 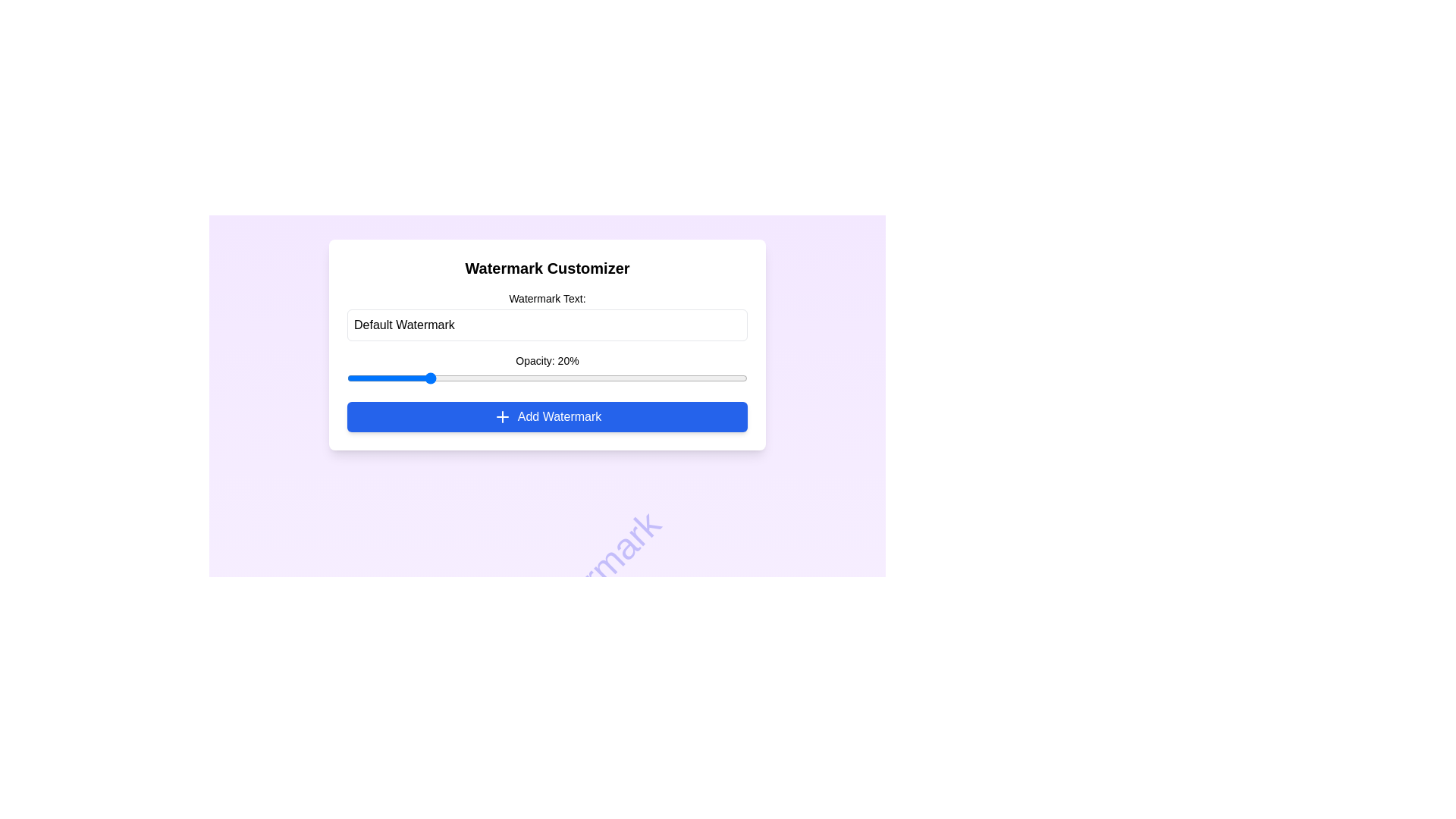 I want to click on the interactive slider (range input) labeled 'Opacity: 20%', so click(x=546, y=385).